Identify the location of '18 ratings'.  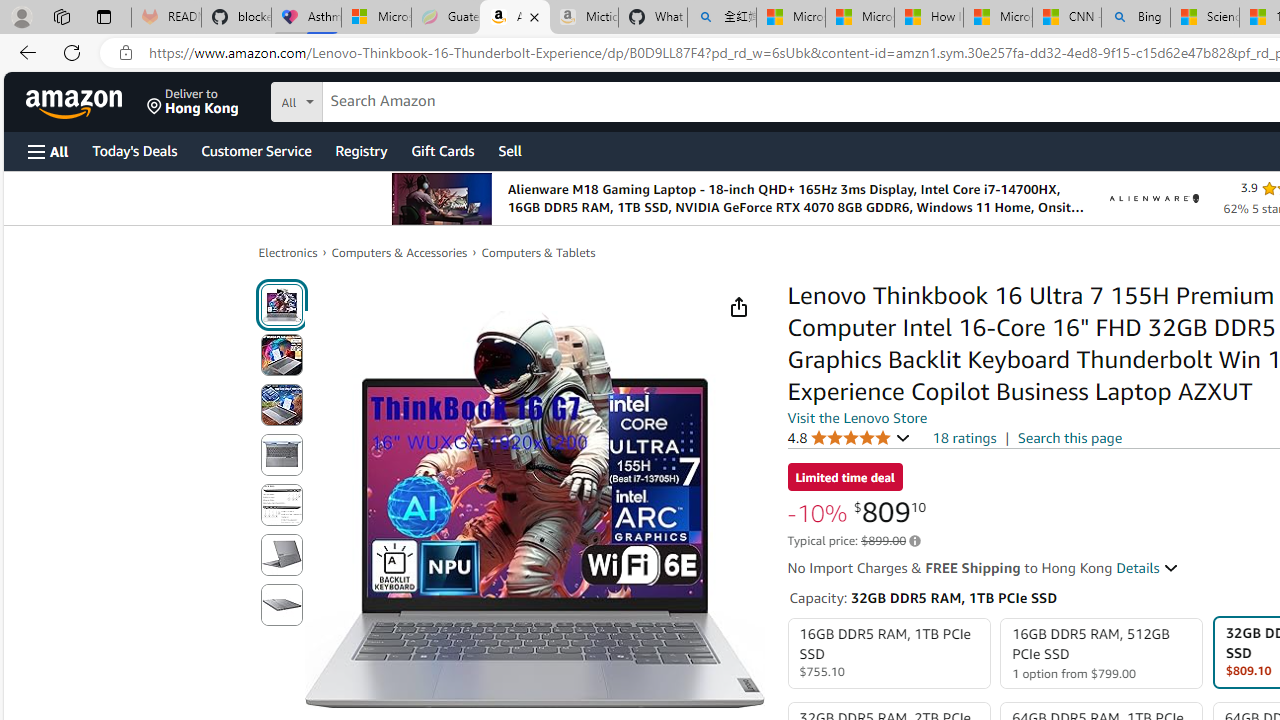
(964, 437).